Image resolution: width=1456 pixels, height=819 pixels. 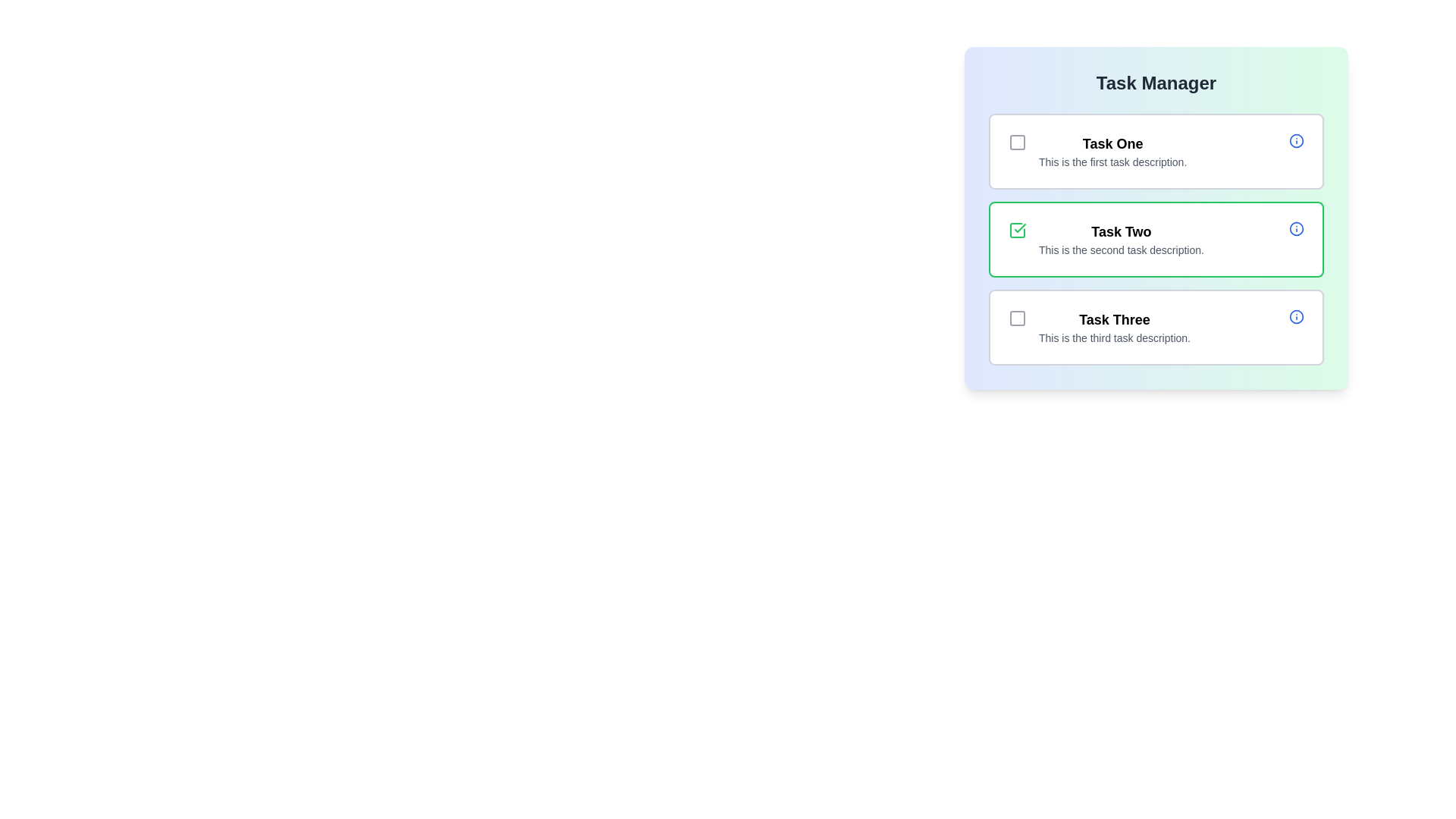 I want to click on the checkbox styled as a checkmark in a square box, so click(x=1018, y=231).